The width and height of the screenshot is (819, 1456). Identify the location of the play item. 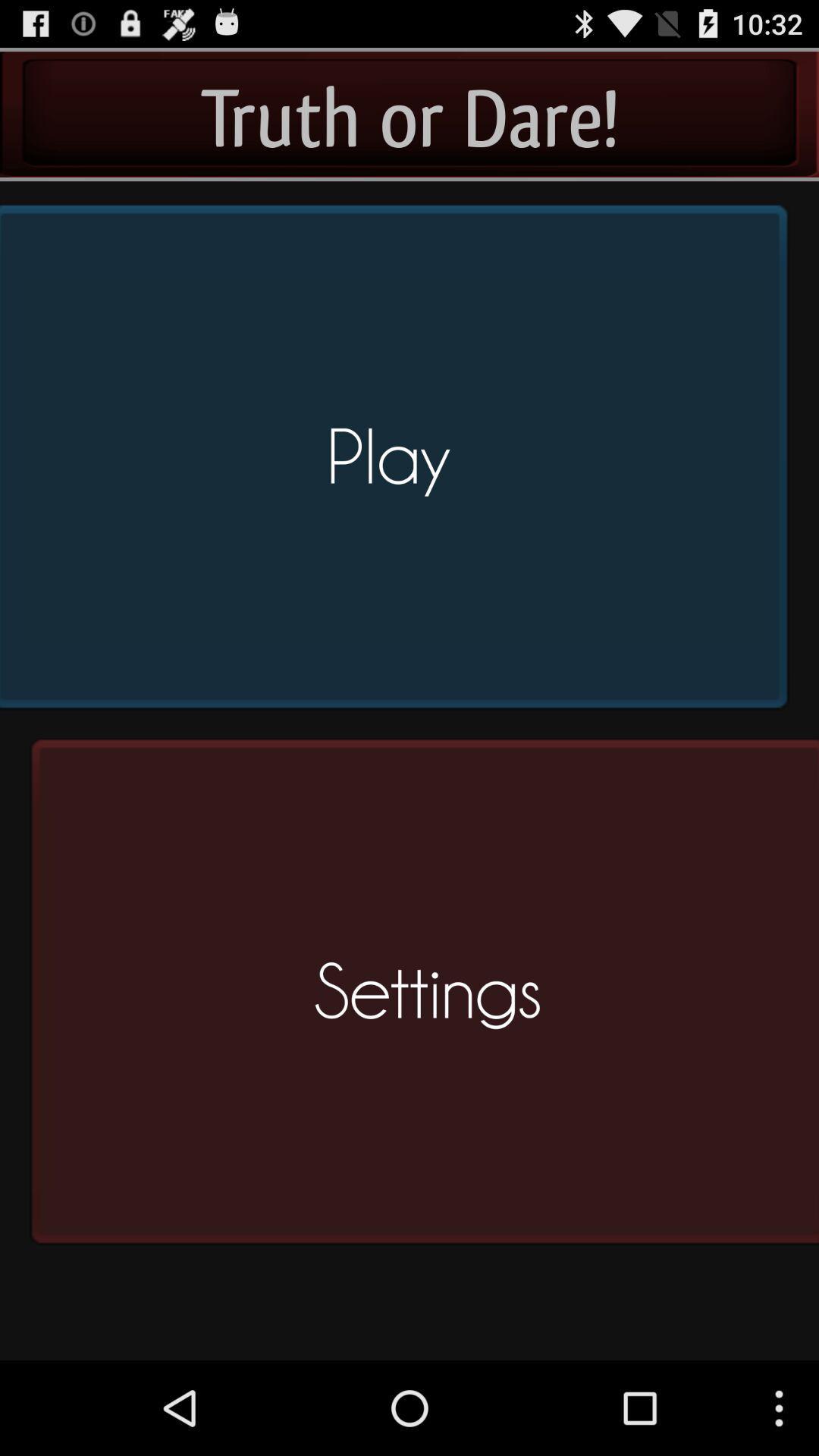
(398, 463).